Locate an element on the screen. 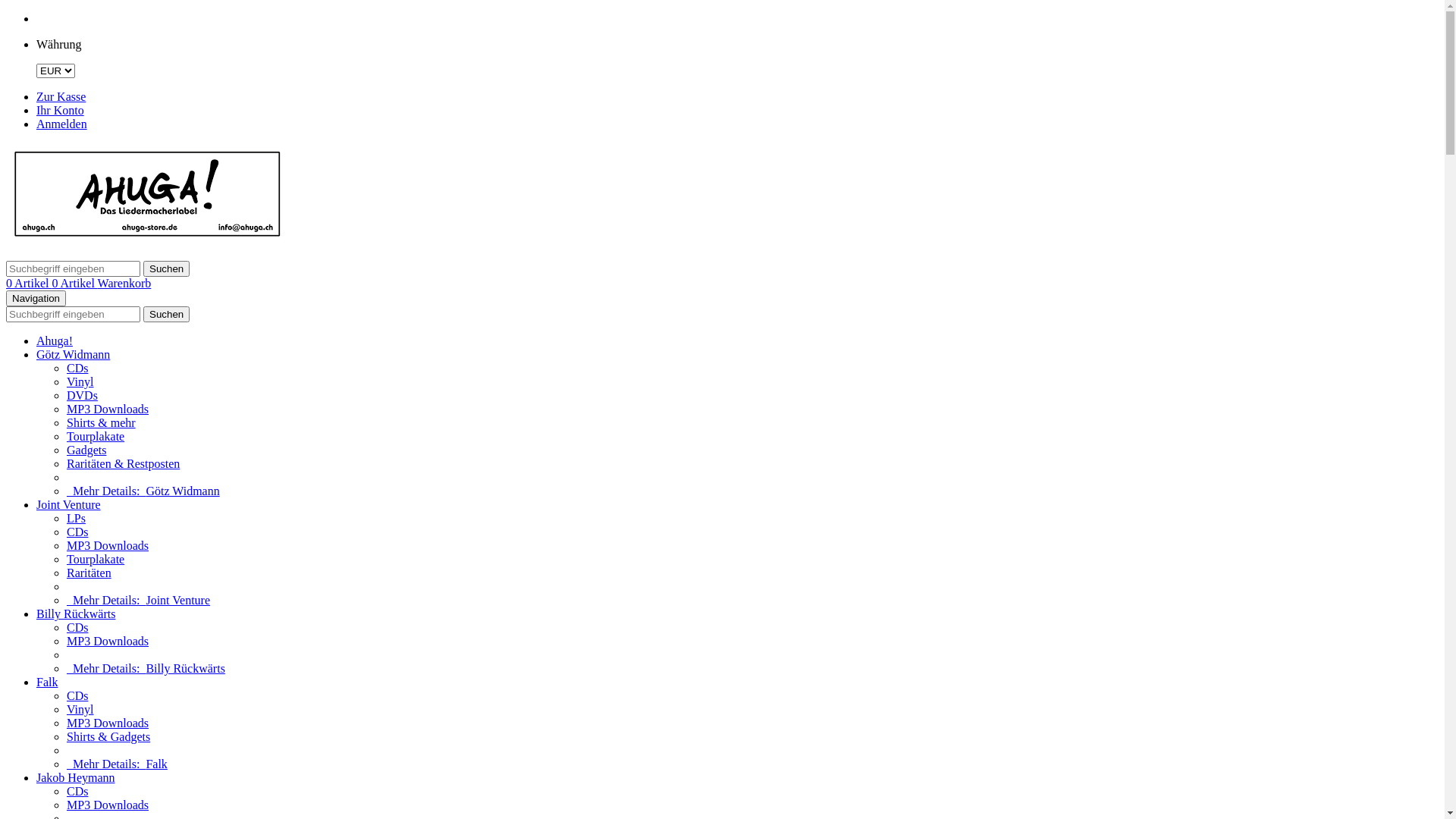 This screenshot has width=1456, height=819. 'Gadgets' is located at coordinates (86, 449).